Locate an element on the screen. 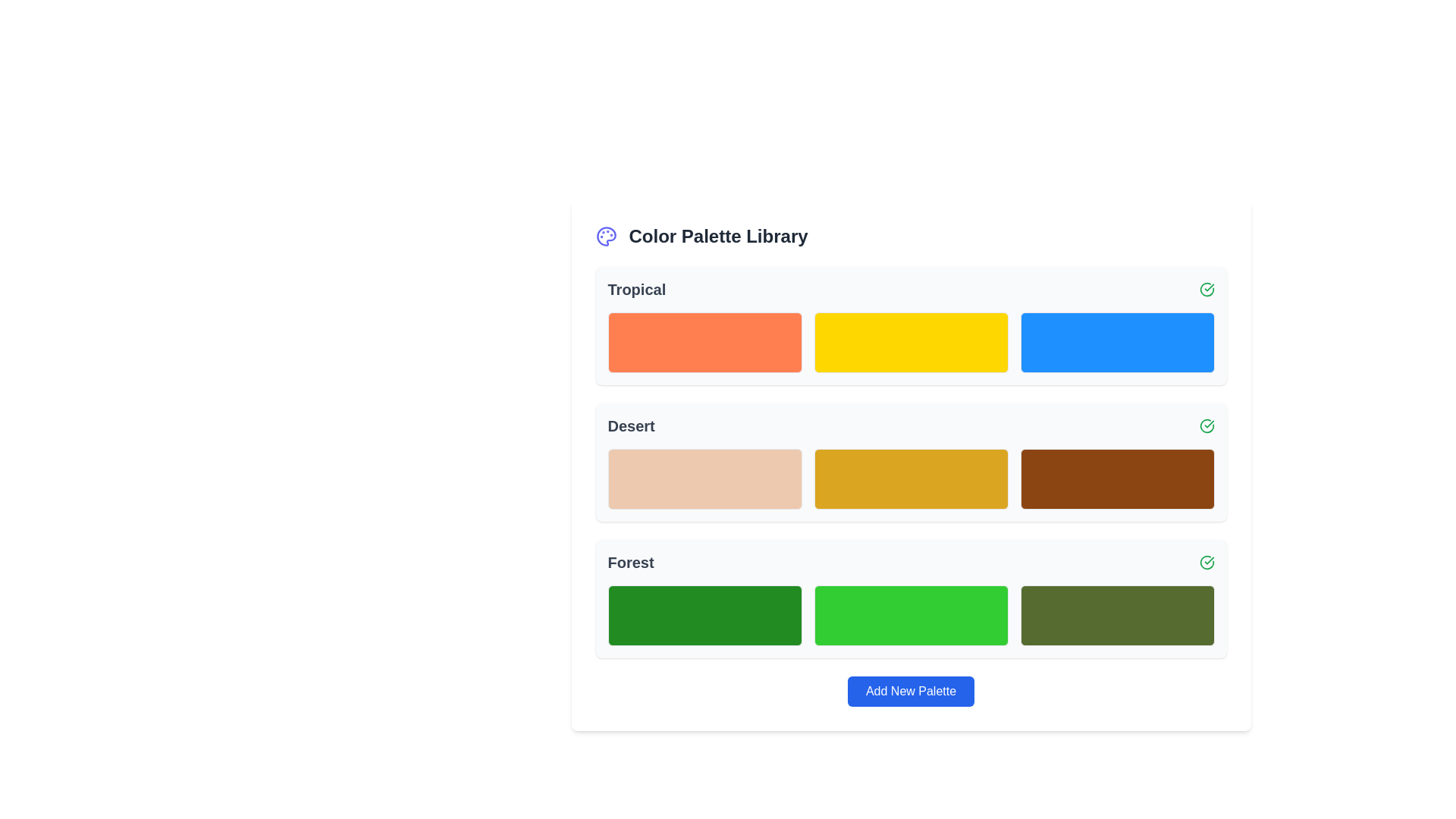 The image size is (1456, 819). the dark olive-green color swatch box located in the 'Forest' grid section is located at coordinates (1117, 616).